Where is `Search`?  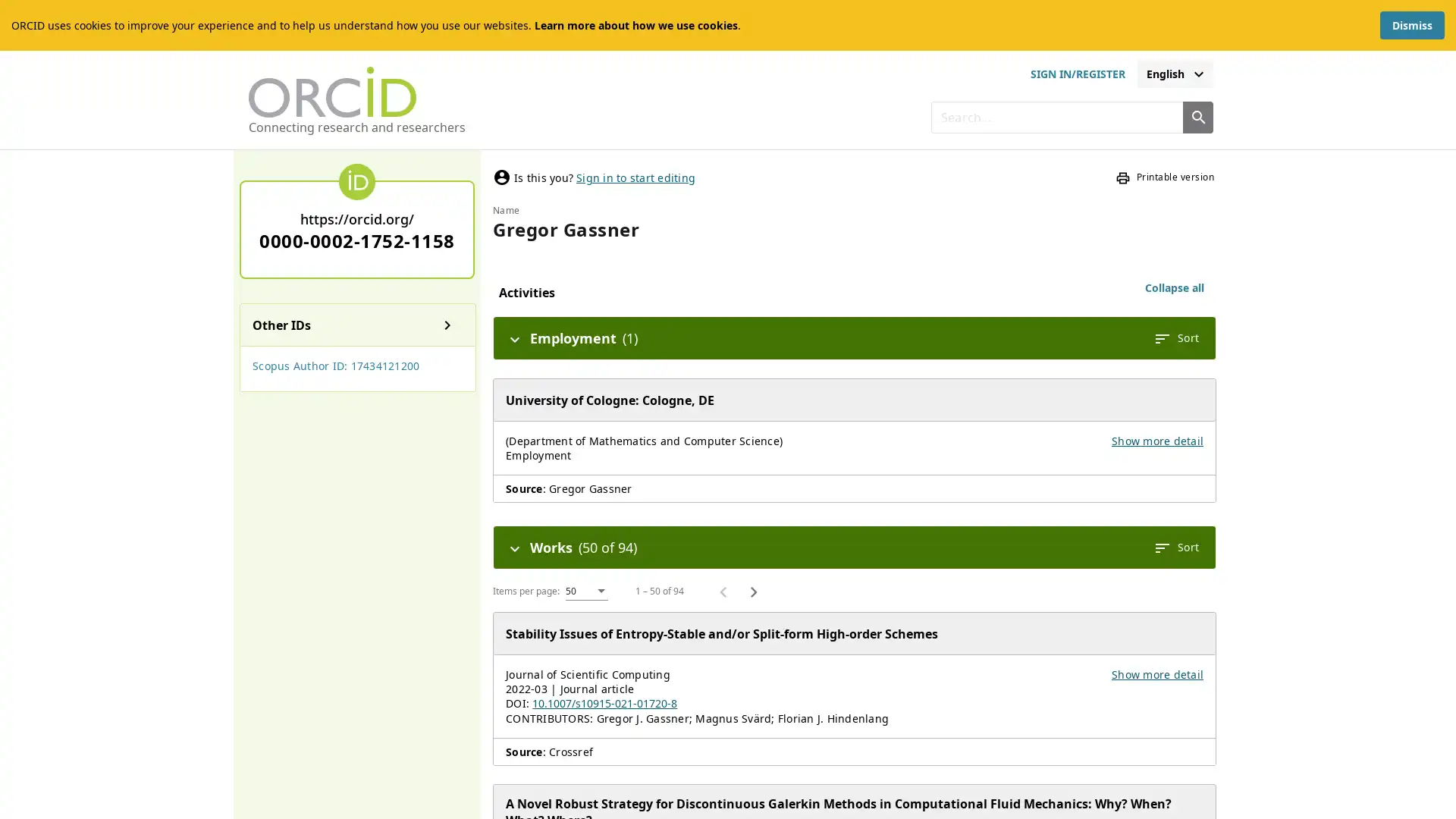
Search is located at coordinates (1197, 116).